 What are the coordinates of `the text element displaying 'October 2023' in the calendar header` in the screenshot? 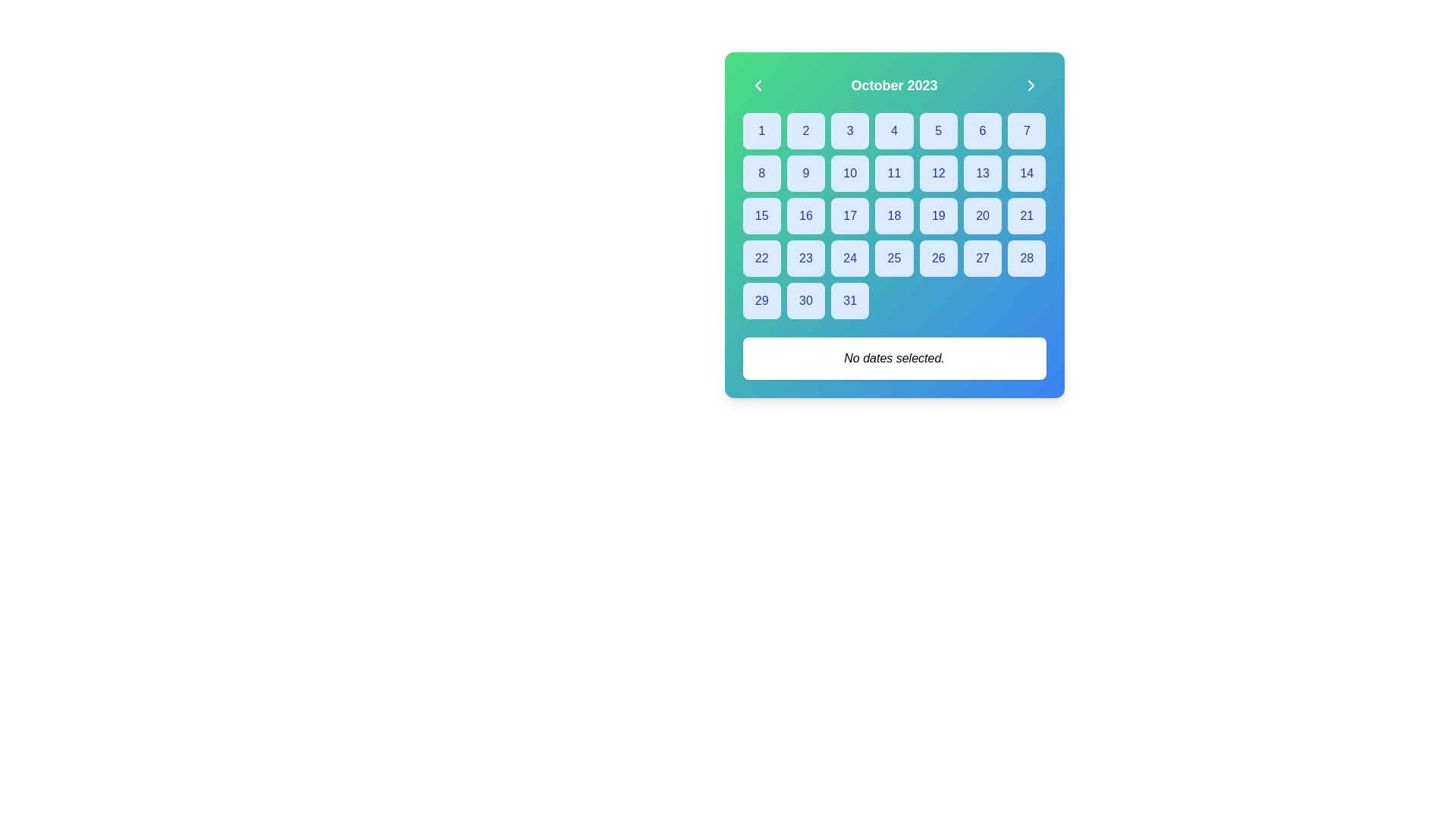 It's located at (894, 85).